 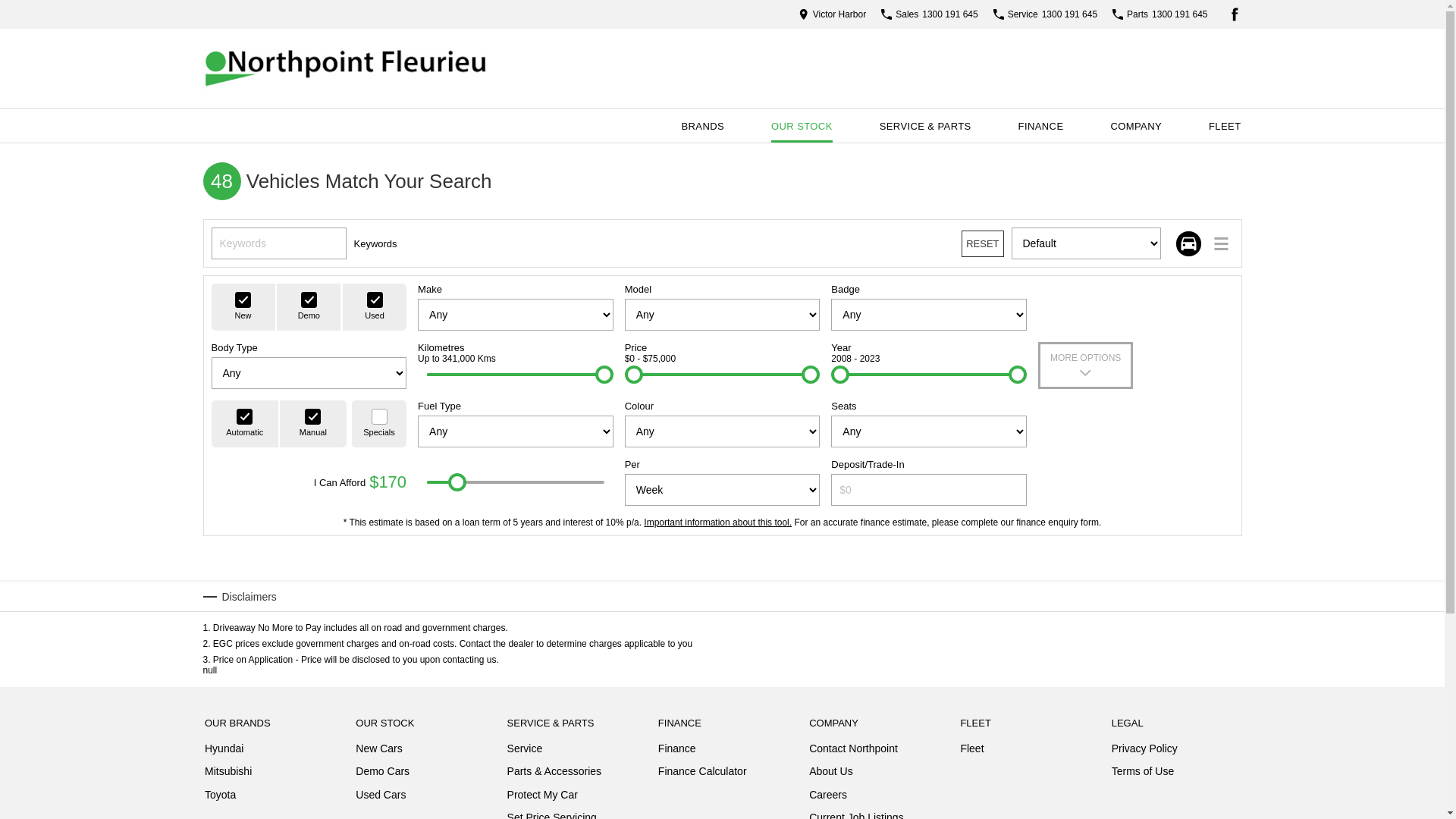 What do you see at coordinates (971, 748) in the screenshot?
I see `'Fleet'` at bounding box center [971, 748].